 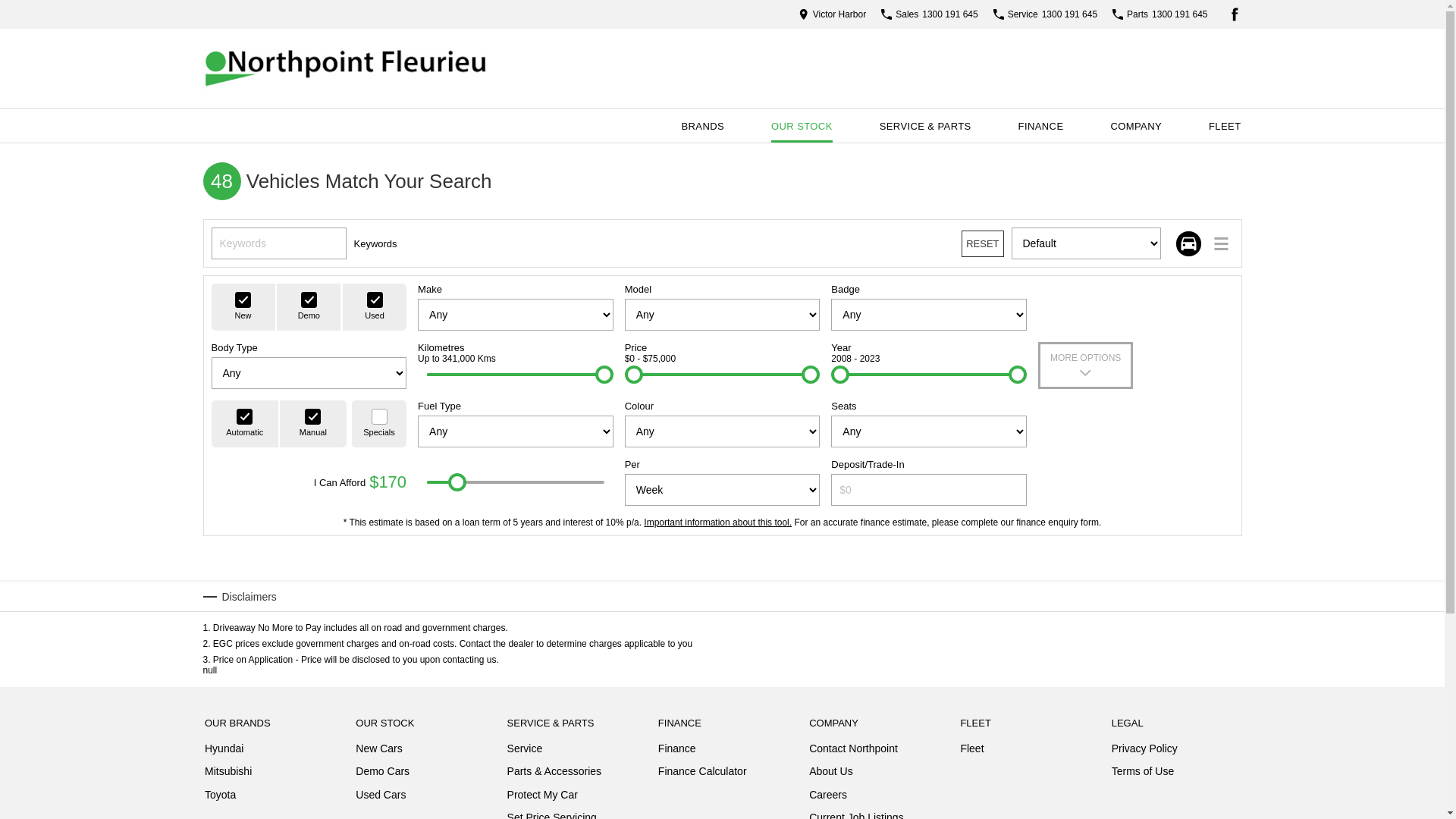 What do you see at coordinates (971, 748) in the screenshot?
I see `'Fleet'` at bounding box center [971, 748].